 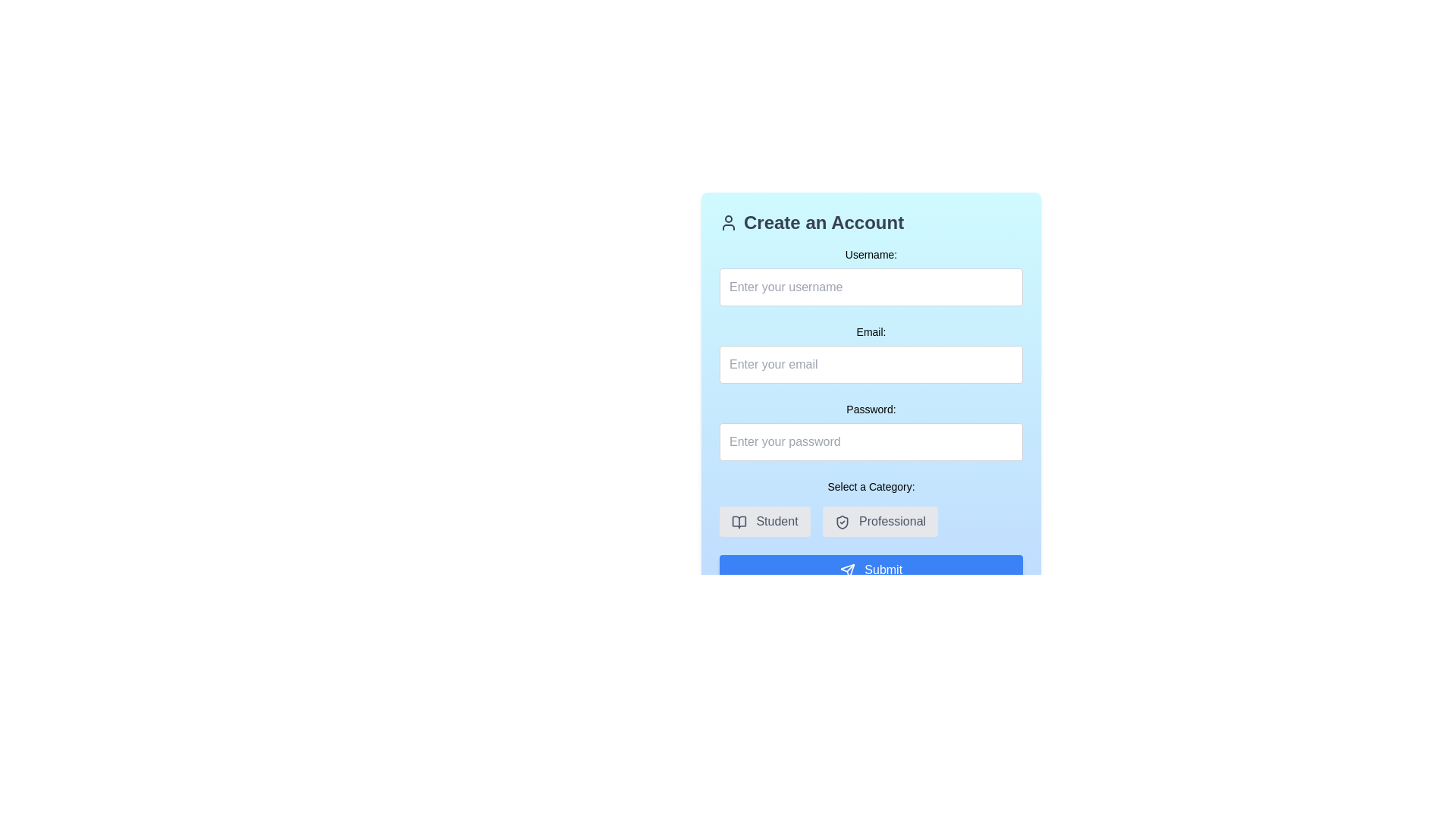 What do you see at coordinates (871, 441) in the screenshot?
I see `the password input field with the placeholder 'Enter your password' to focus on it` at bounding box center [871, 441].